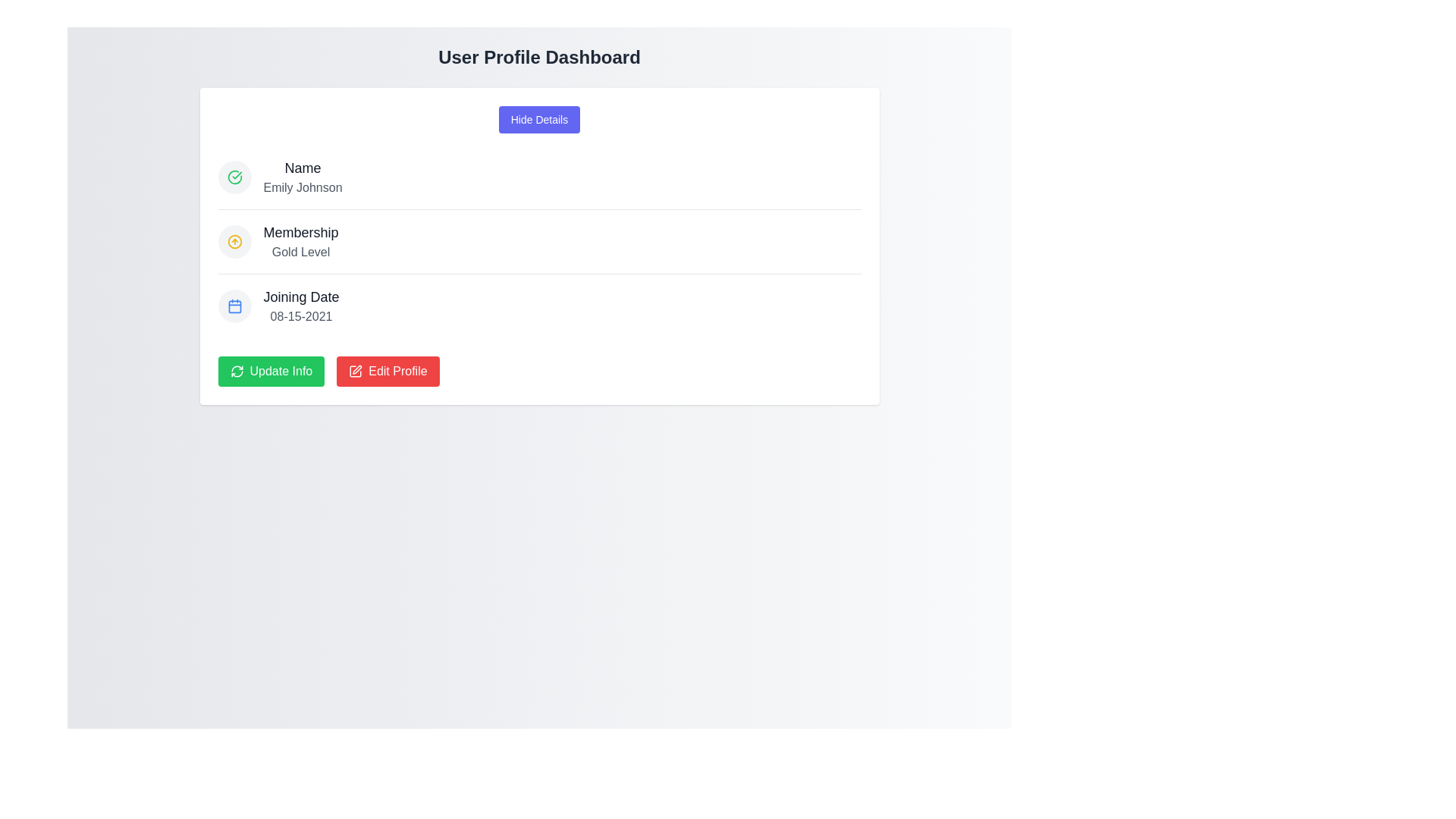 This screenshot has height=819, width=1456. What do you see at coordinates (234, 306) in the screenshot?
I see `the small light blue calendar icon located above the 'Joining Date' text on the user profile dashboard` at bounding box center [234, 306].